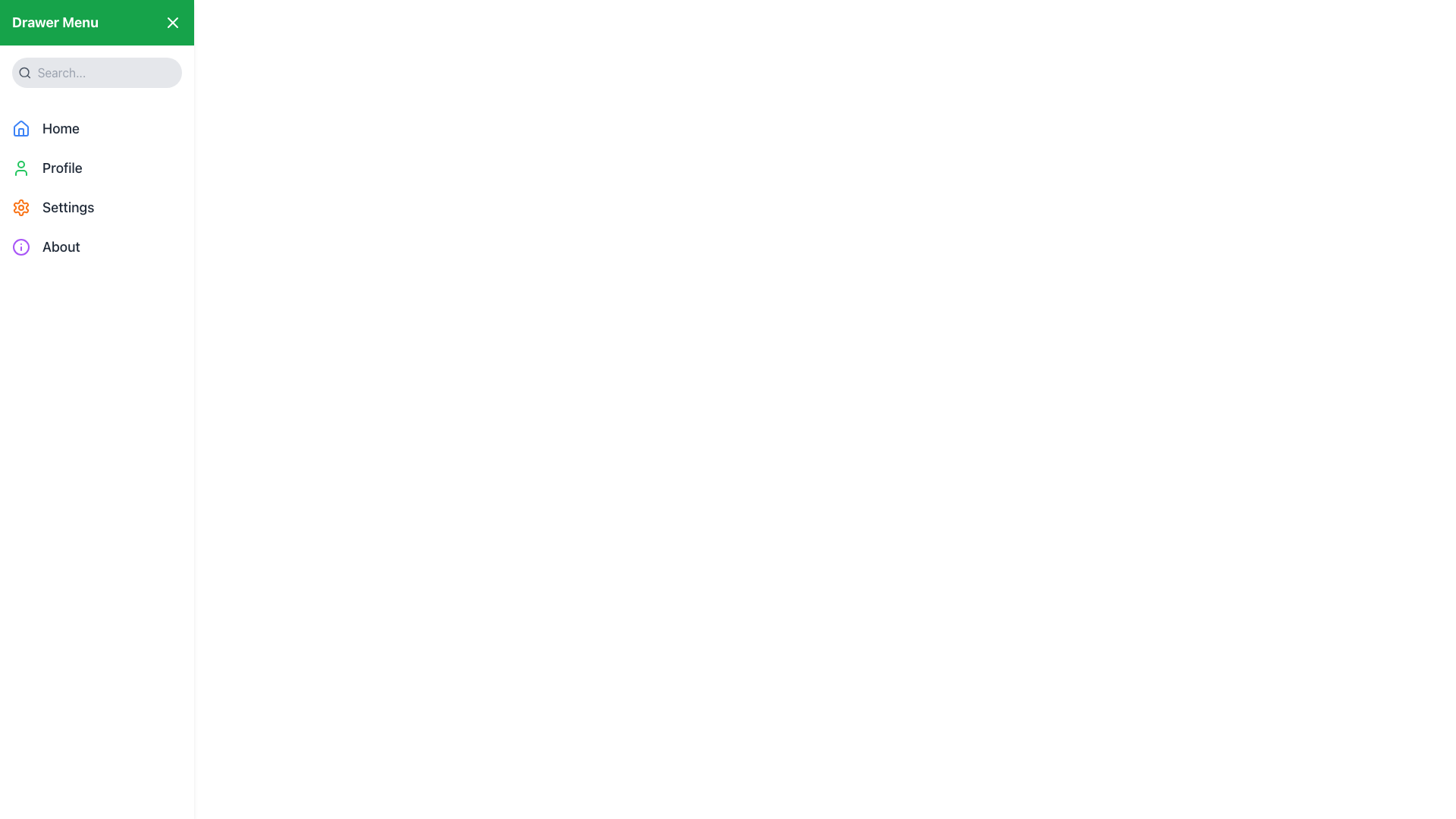 The width and height of the screenshot is (1456, 819). I want to click on the decorative circle element next to the 'About' menu item in the vertical menu layout, so click(21, 246).